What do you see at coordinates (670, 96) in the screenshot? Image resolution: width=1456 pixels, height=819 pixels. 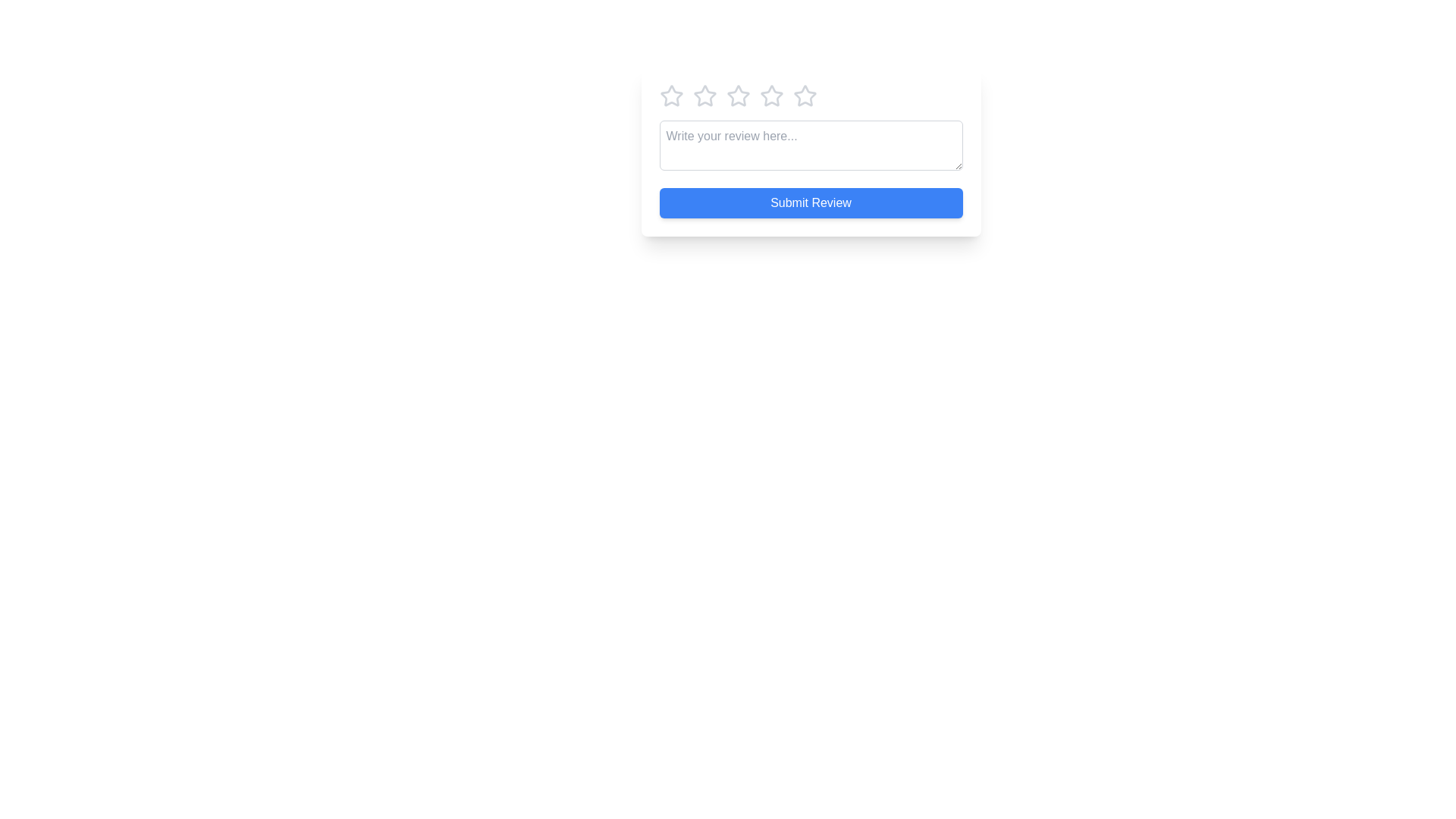 I see `the first gray outline star icon in the rating section` at bounding box center [670, 96].